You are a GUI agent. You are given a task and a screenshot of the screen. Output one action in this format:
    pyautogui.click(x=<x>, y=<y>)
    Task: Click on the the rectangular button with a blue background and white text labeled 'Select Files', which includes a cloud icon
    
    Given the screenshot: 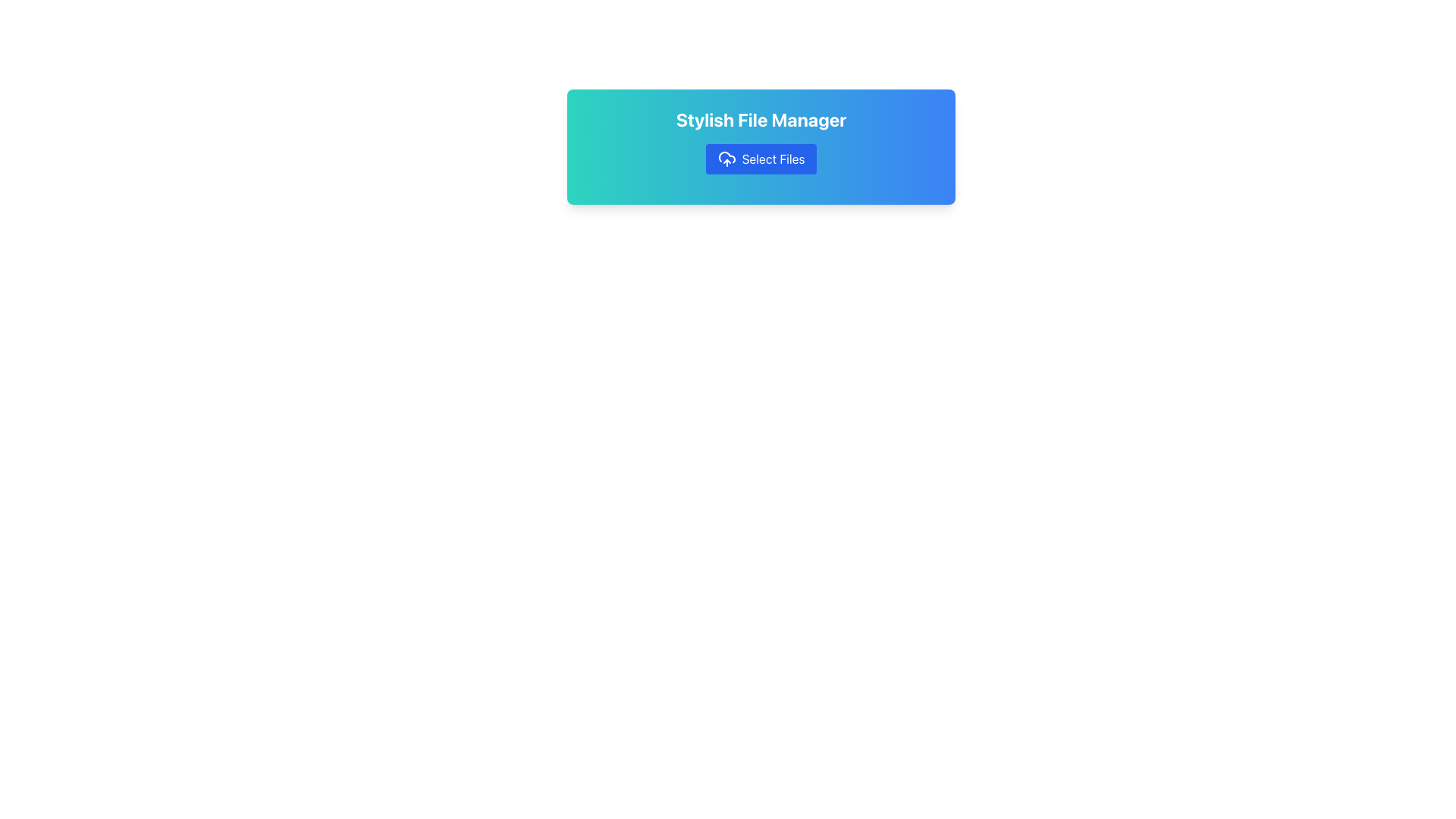 What is the action you would take?
    pyautogui.click(x=761, y=158)
    